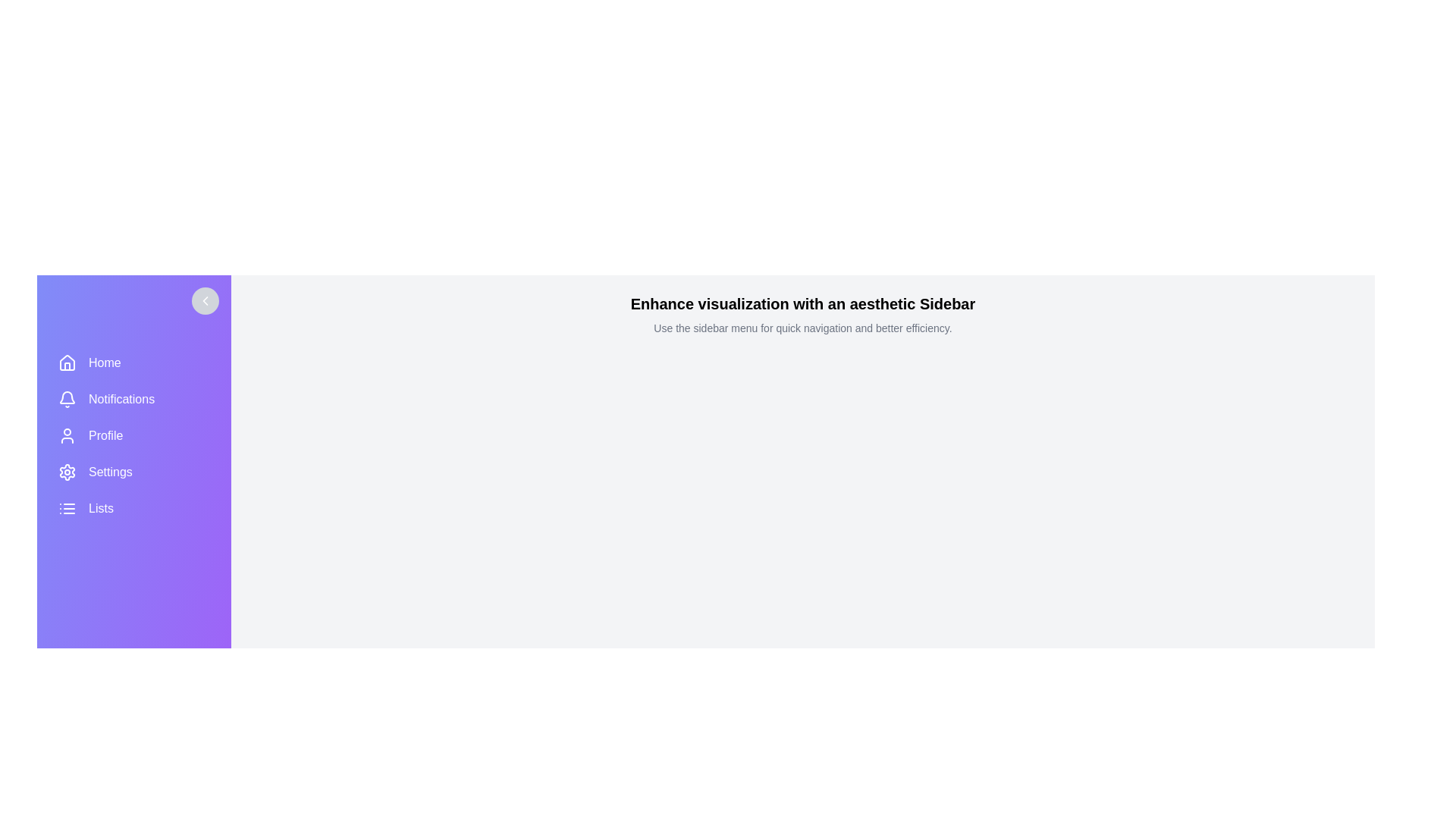 The image size is (1456, 819). What do you see at coordinates (134, 472) in the screenshot?
I see `the menu item Settings in the sidebar to navigate` at bounding box center [134, 472].